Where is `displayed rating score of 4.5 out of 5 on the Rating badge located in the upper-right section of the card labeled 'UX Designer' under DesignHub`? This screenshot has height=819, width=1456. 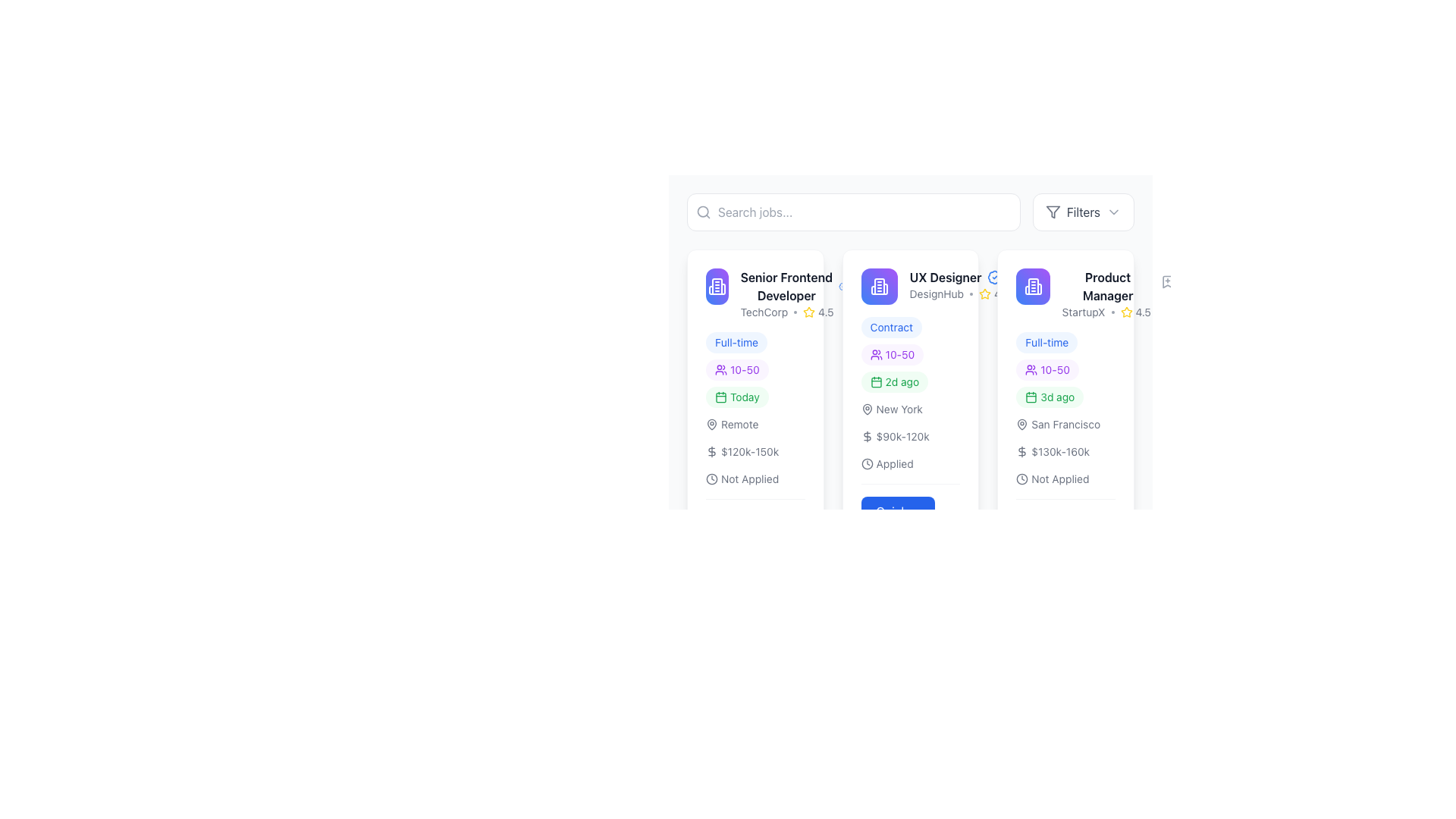 displayed rating score of 4.5 out of 5 on the Rating badge located in the upper-right section of the card labeled 'UX Designer' under DesignHub is located at coordinates (994, 294).